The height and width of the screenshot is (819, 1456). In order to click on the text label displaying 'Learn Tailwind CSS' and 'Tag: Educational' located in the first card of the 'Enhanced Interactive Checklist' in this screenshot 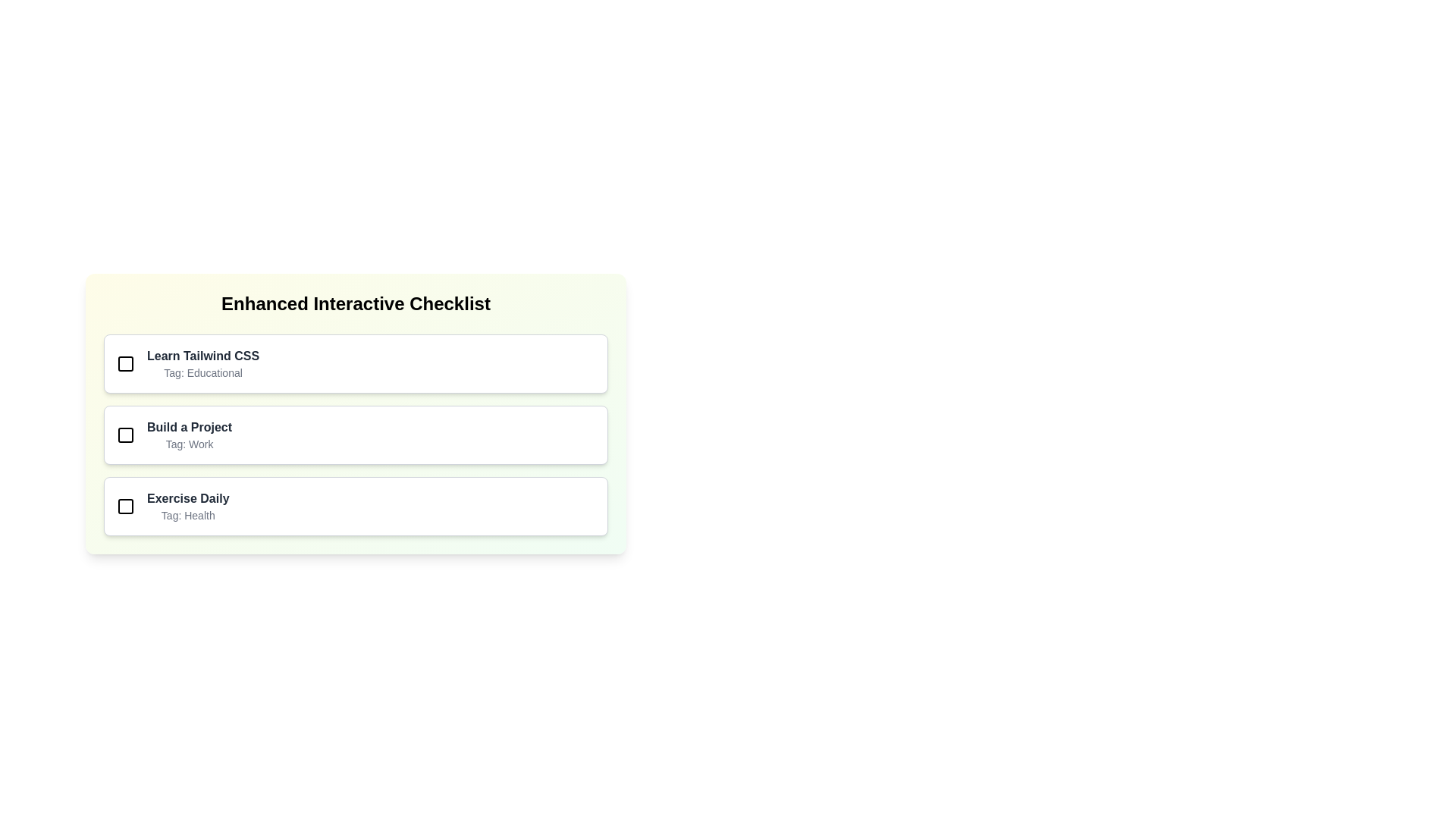, I will do `click(202, 363)`.